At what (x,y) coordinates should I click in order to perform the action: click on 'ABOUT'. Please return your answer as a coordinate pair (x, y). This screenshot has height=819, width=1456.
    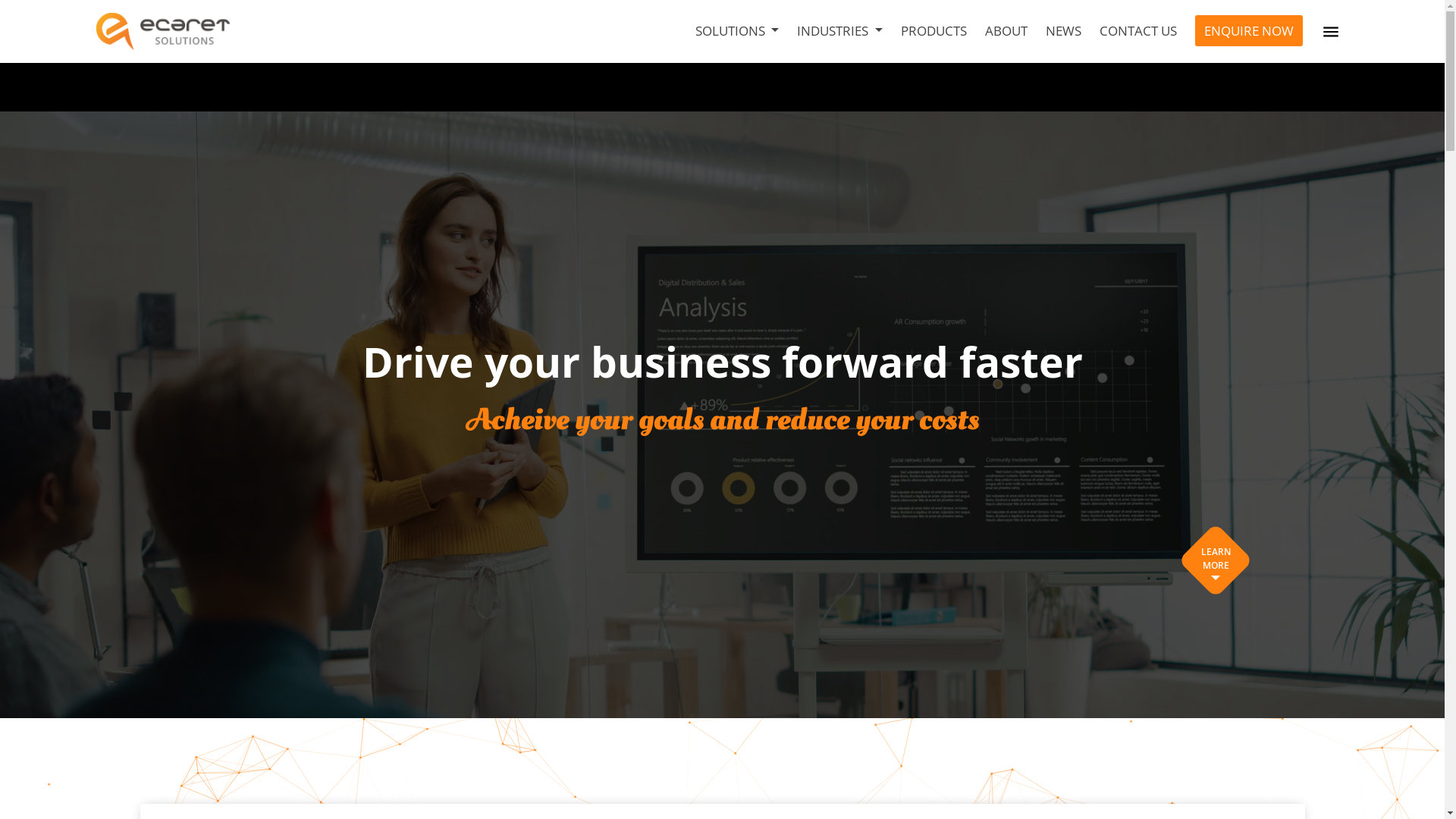
    Looking at the image, I should click on (1006, 31).